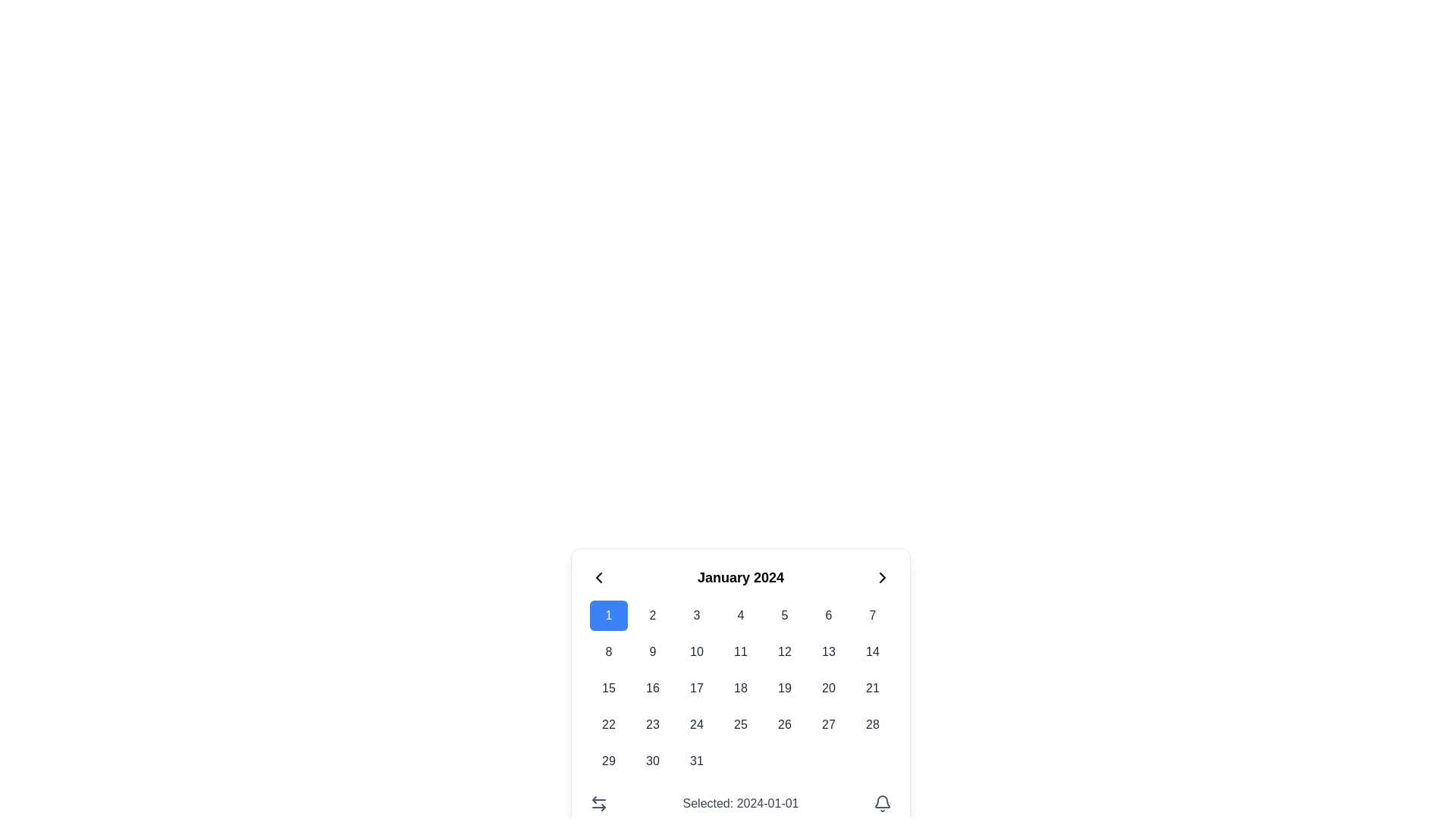 Image resolution: width=1456 pixels, height=819 pixels. Describe the element at coordinates (695, 761) in the screenshot. I see `the text label displaying '31' in the sixth row and last column of the 7x7 grid in the calendar view` at that location.